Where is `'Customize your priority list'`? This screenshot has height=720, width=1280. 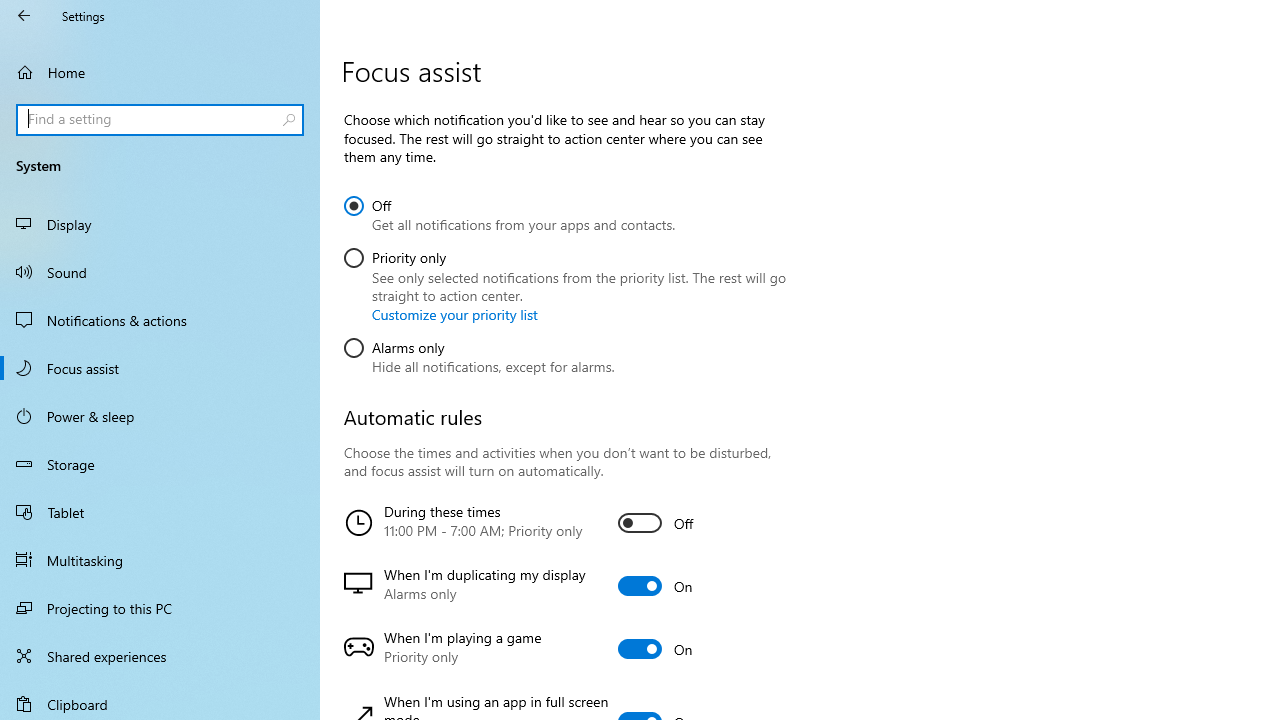 'Customize your priority list' is located at coordinates (454, 314).